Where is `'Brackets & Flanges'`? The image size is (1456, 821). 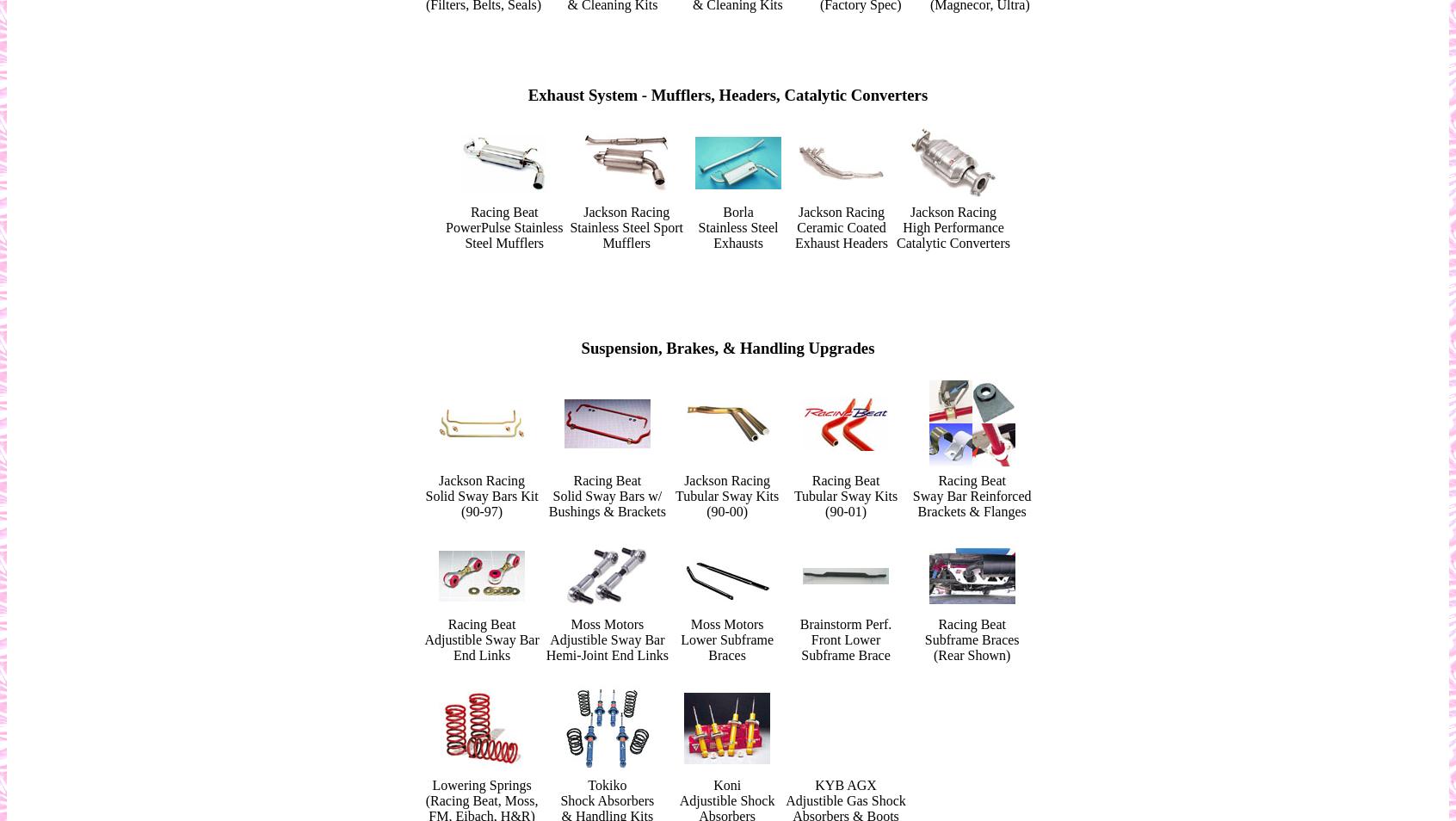
'Brackets & Flanges' is located at coordinates (971, 510).